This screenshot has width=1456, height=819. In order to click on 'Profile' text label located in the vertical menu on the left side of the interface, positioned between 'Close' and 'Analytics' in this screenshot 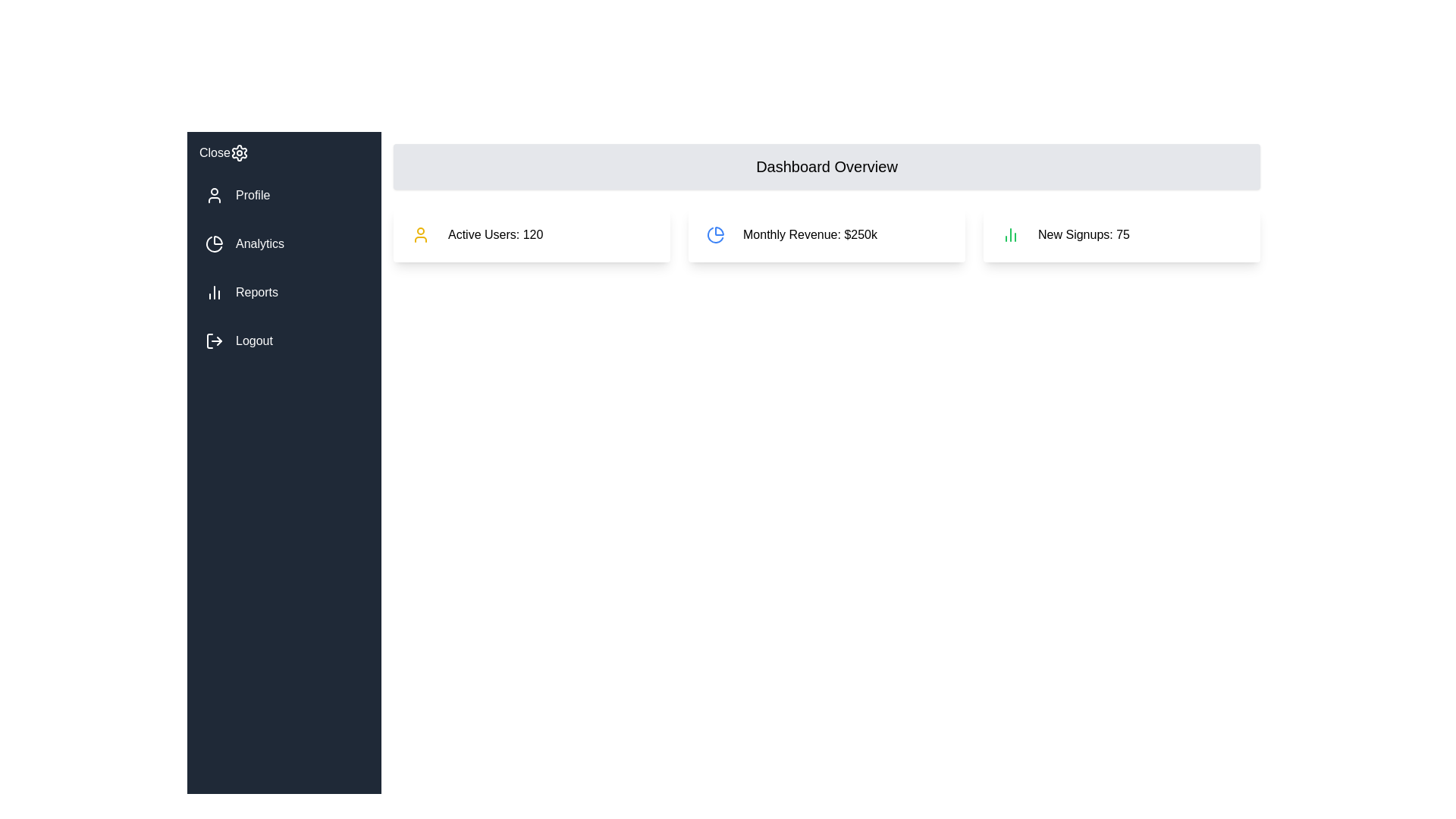, I will do `click(253, 195)`.